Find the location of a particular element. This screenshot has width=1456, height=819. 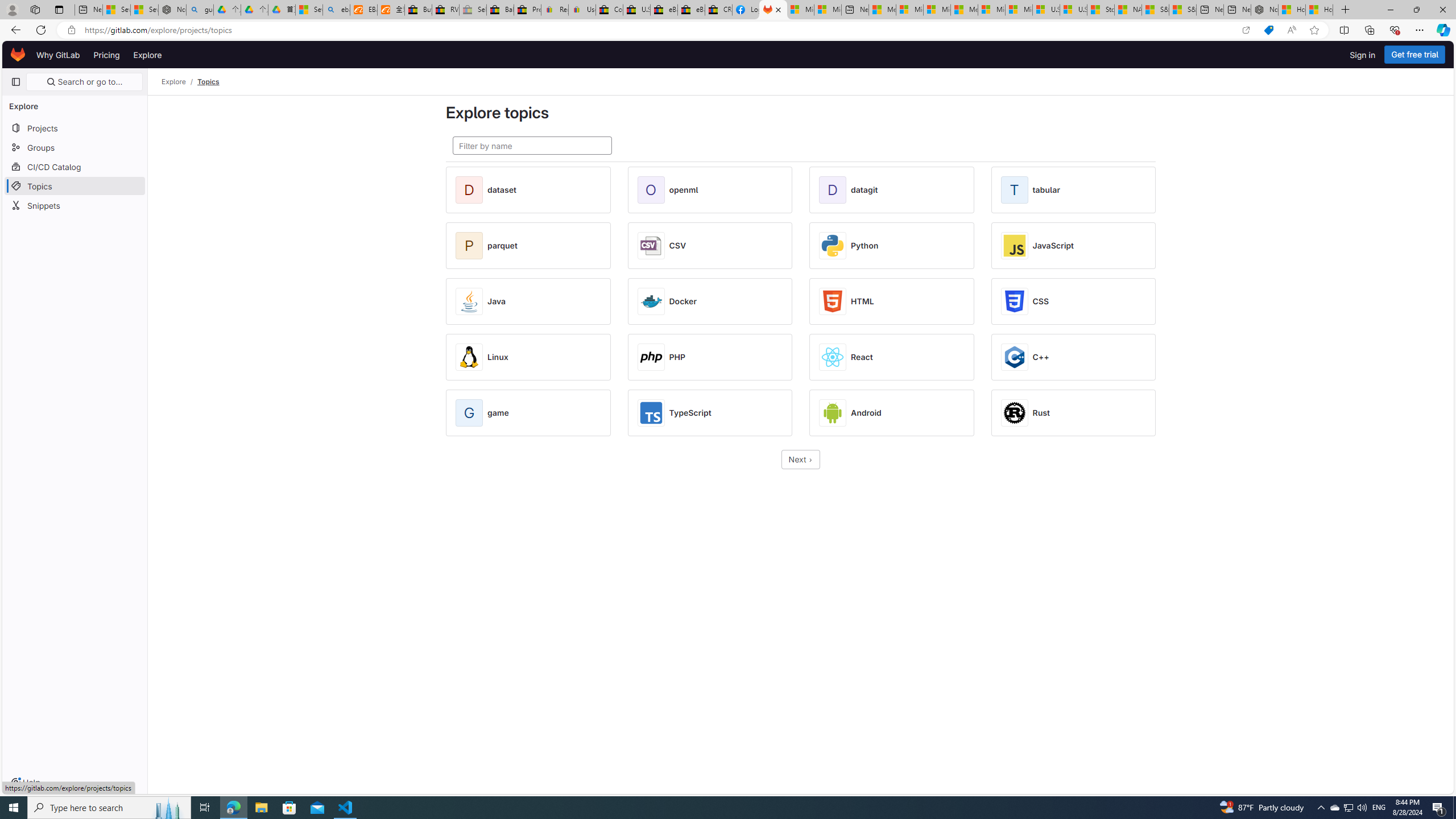

'Press Room - eBay Inc.' is located at coordinates (528, 9).